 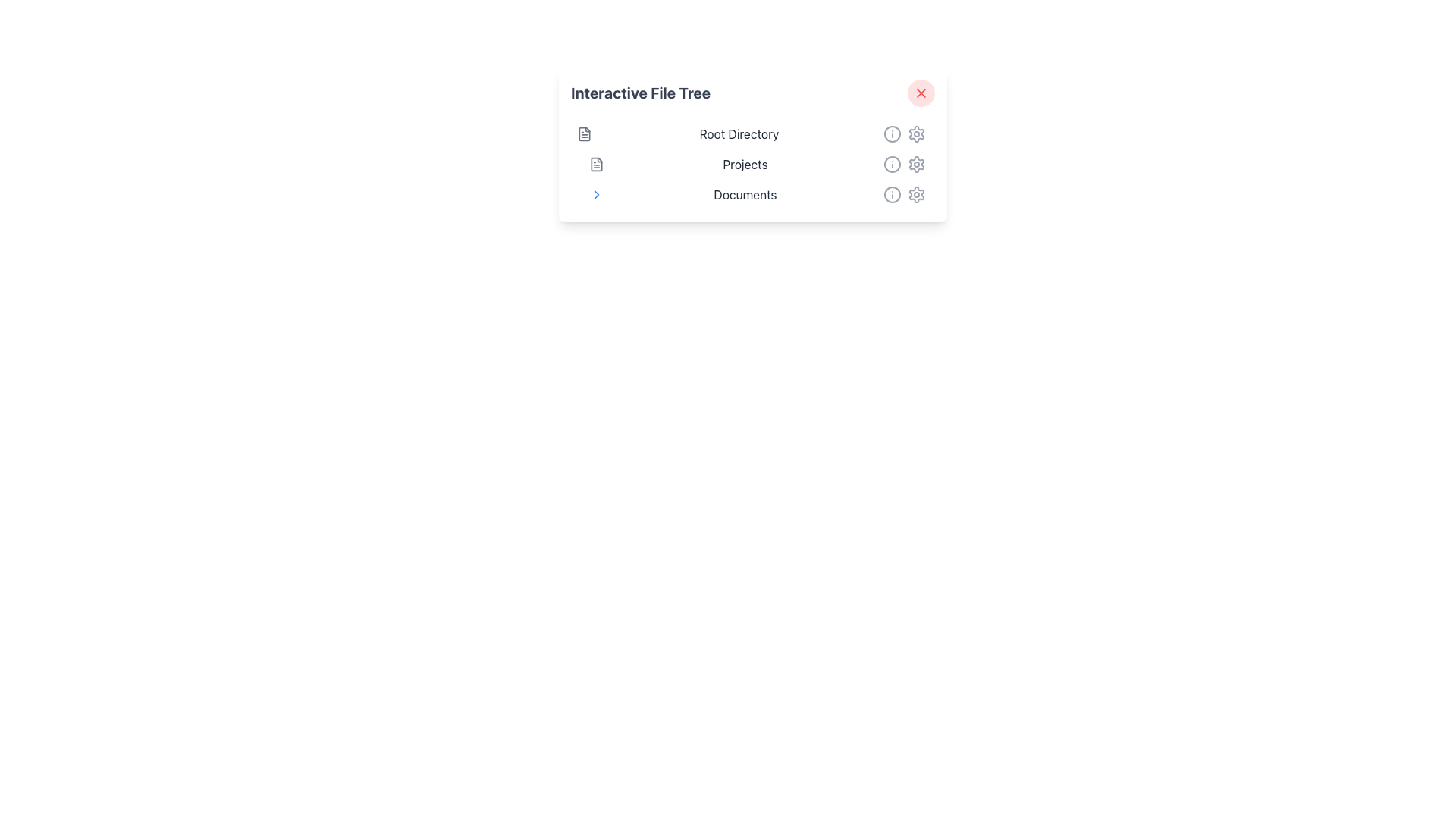 I want to click on the settings button located in the top-right corner of the UI card, adjacent to the circular icon, to change its appearance, so click(x=916, y=133).